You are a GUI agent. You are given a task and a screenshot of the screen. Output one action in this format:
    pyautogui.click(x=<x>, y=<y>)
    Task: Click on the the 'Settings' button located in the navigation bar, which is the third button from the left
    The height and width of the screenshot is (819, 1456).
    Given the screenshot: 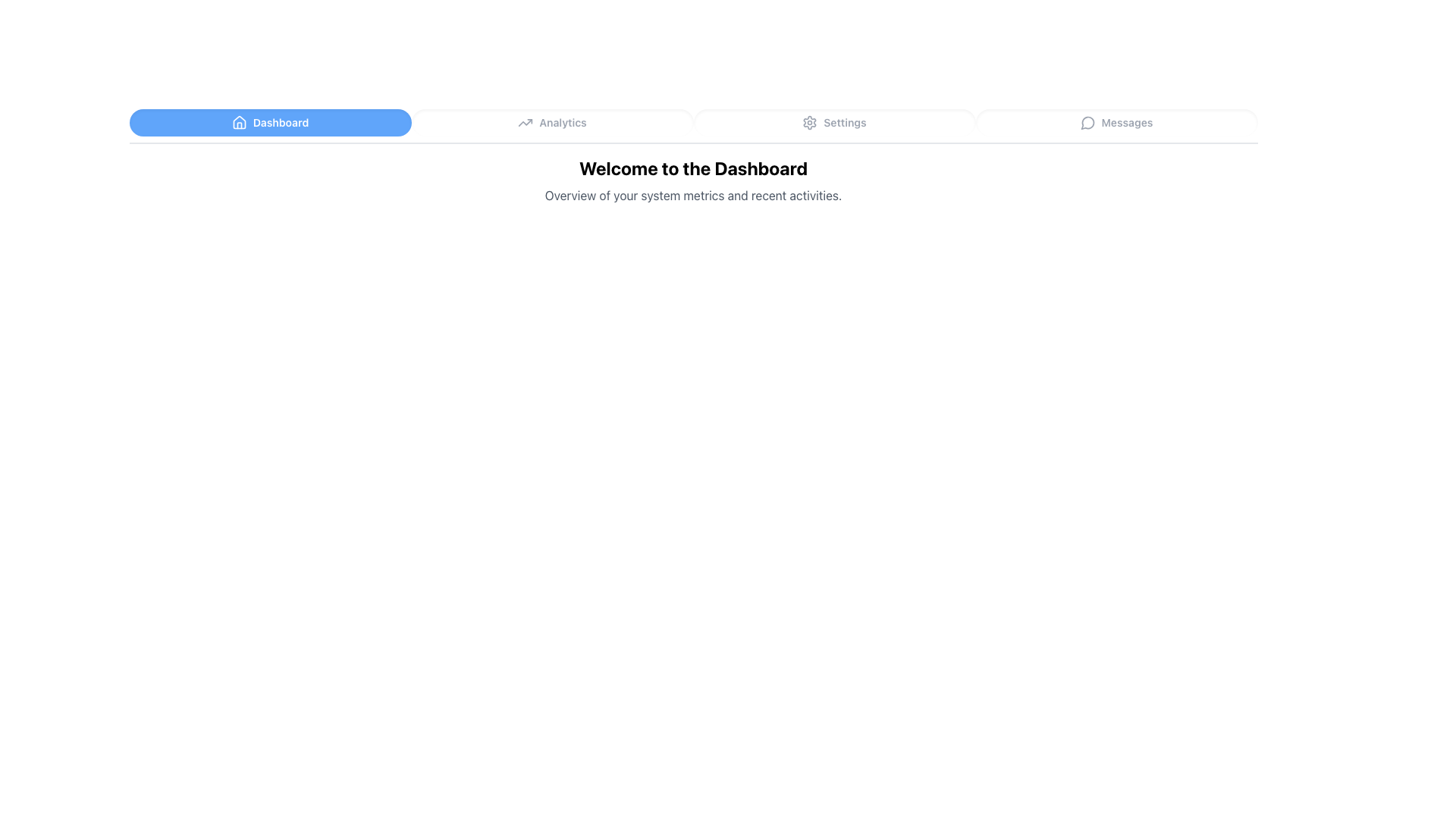 What is the action you would take?
    pyautogui.click(x=833, y=122)
    